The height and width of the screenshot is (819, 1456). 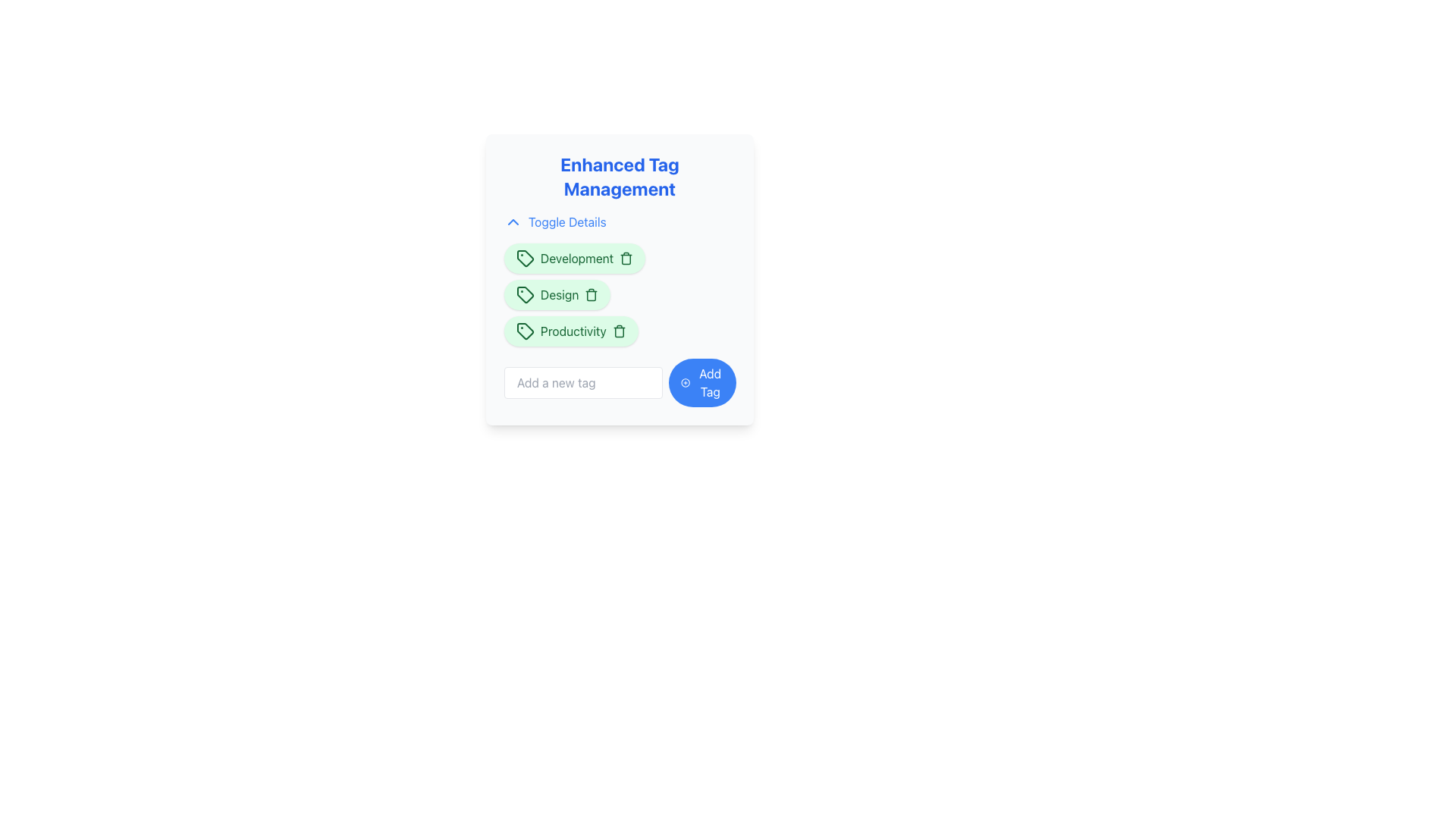 What do you see at coordinates (701, 382) in the screenshot?
I see `the button located in the lower-right part of the 'Enhanced Tag Management' panel` at bounding box center [701, 382].